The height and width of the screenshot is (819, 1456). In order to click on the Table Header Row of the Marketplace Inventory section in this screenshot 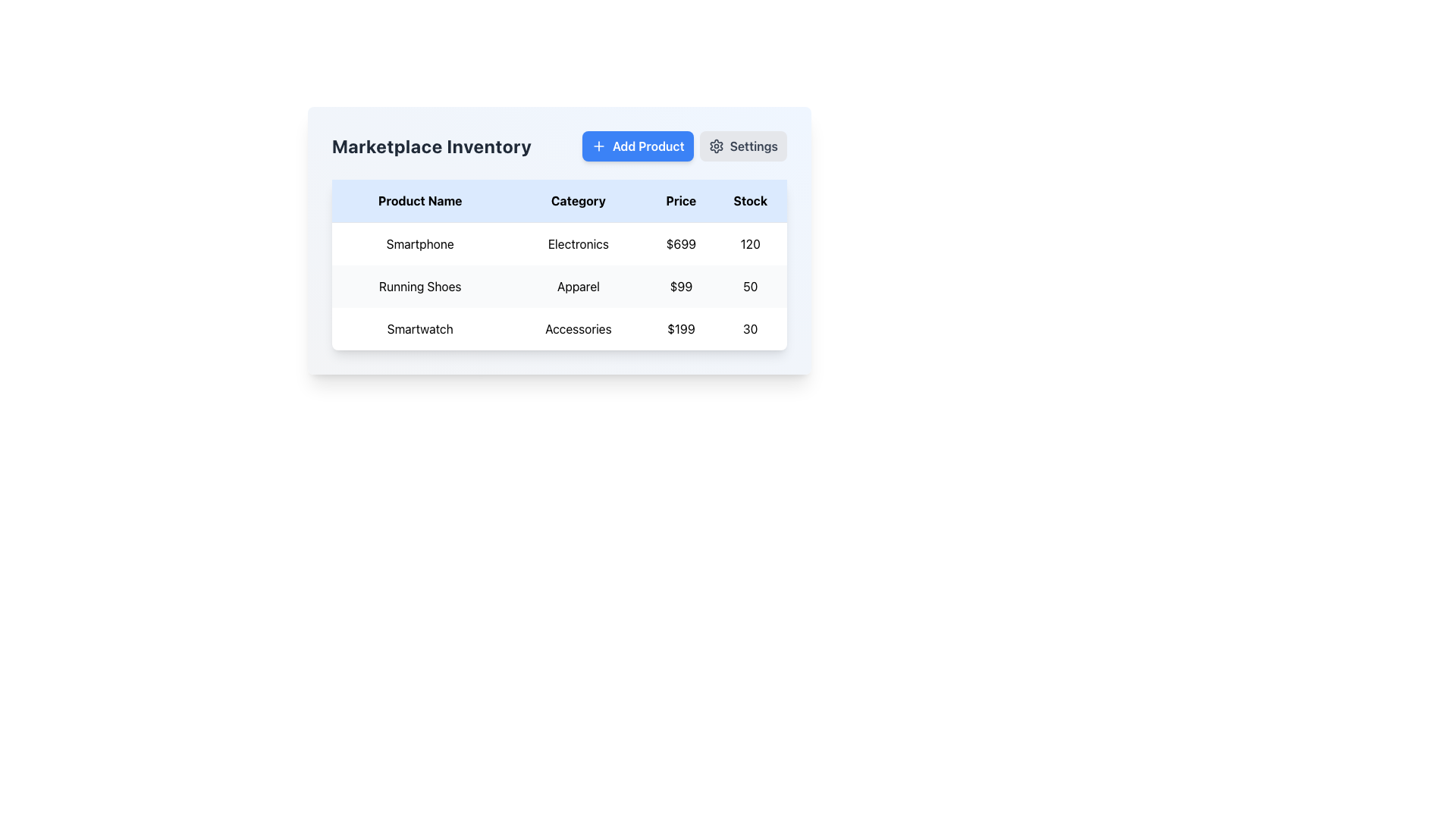, I will do `click(559, 200)`.